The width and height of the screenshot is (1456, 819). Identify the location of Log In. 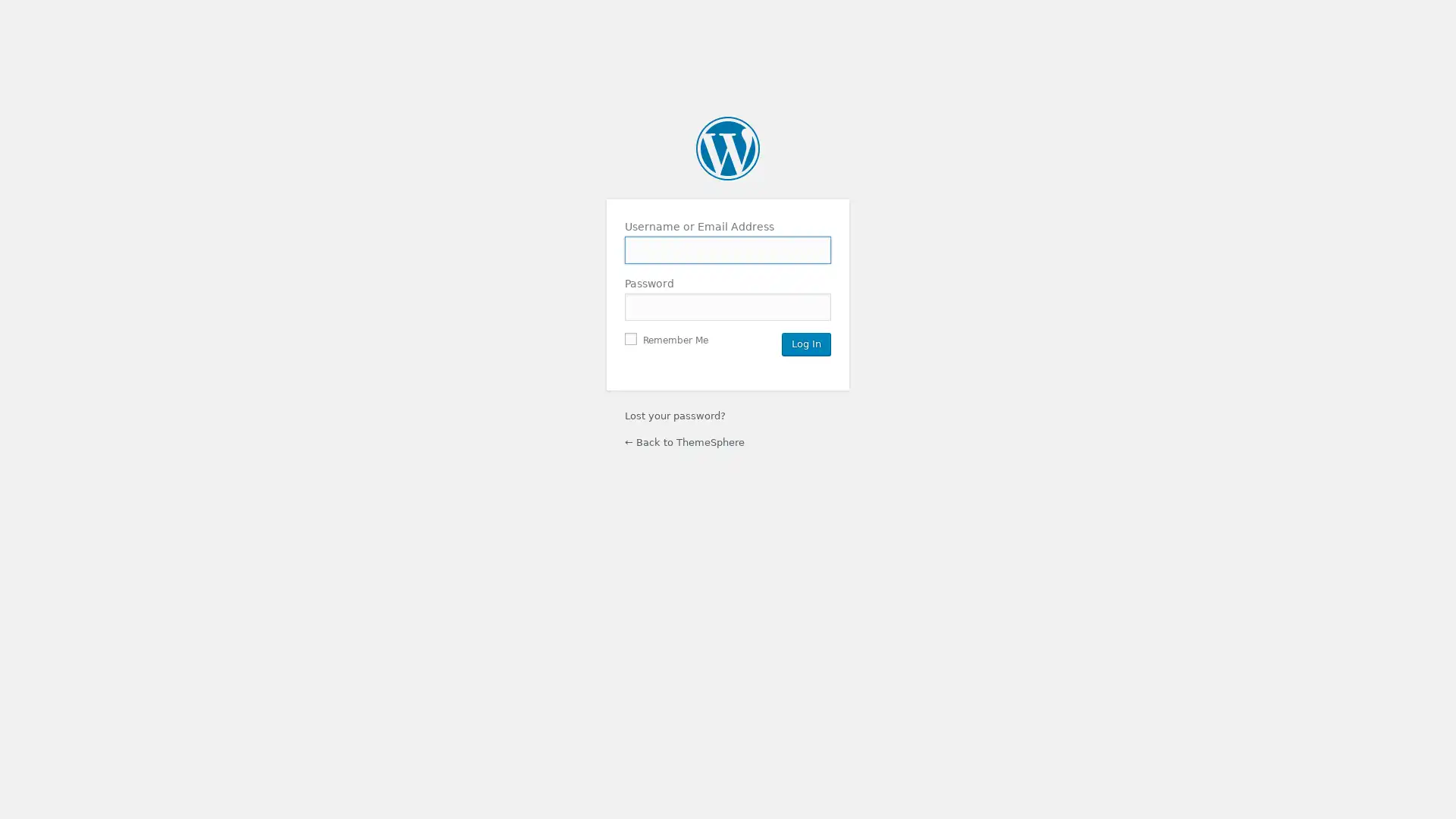
(805, 343).